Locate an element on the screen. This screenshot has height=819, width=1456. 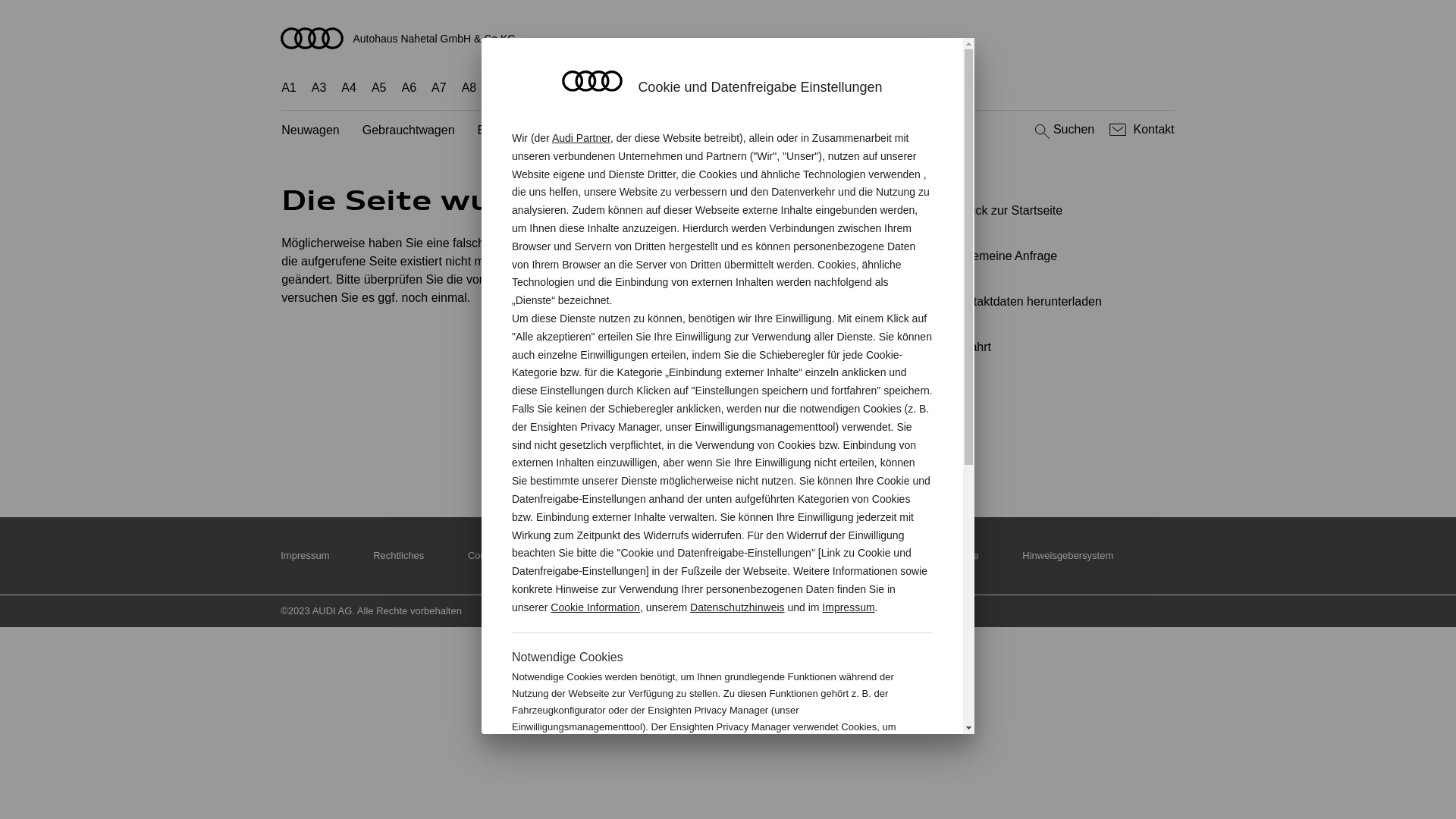
'Audi Partner' is located at coordinates (580, 137).